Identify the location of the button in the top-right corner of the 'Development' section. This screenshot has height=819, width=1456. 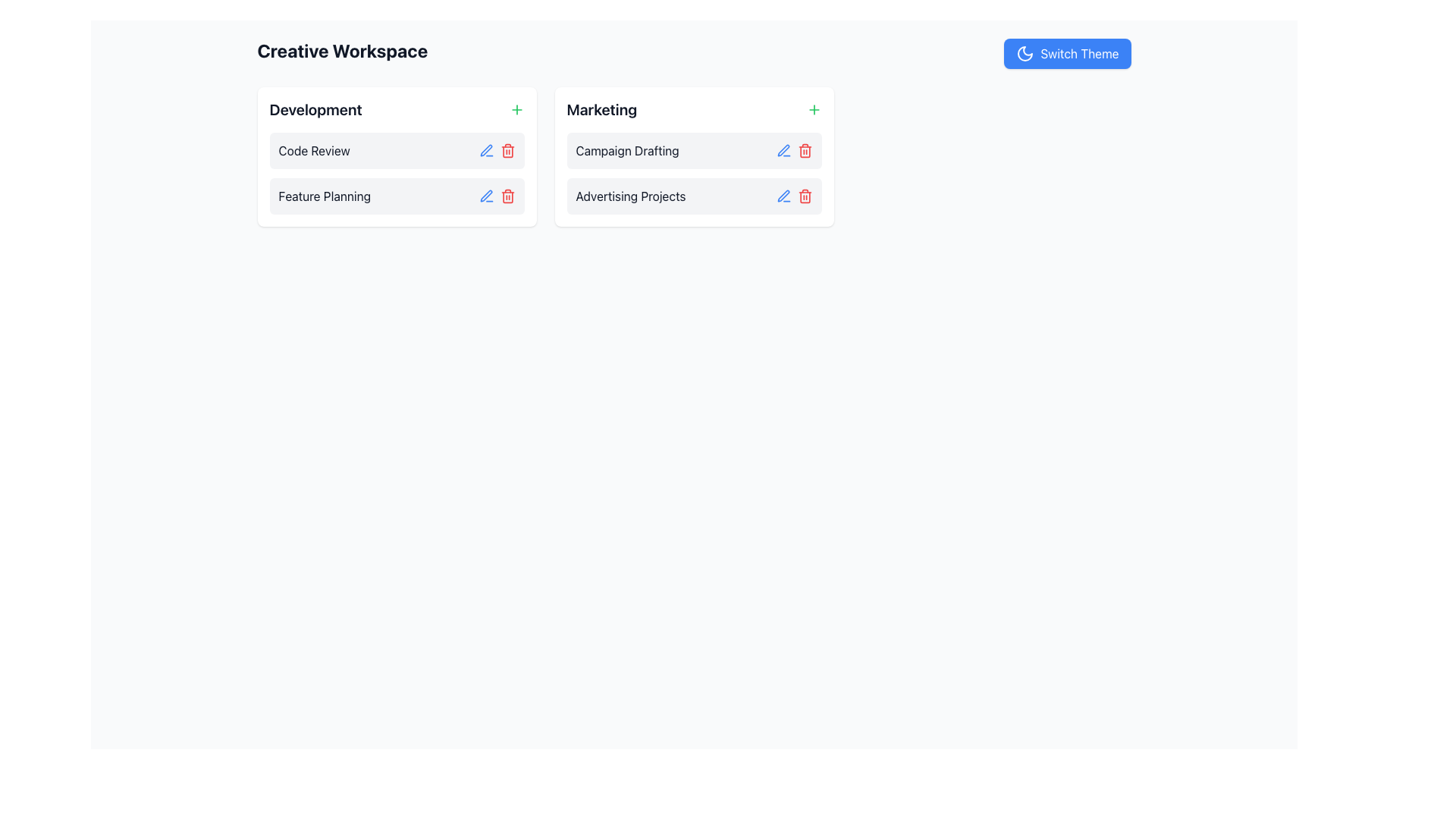
(516, 109).